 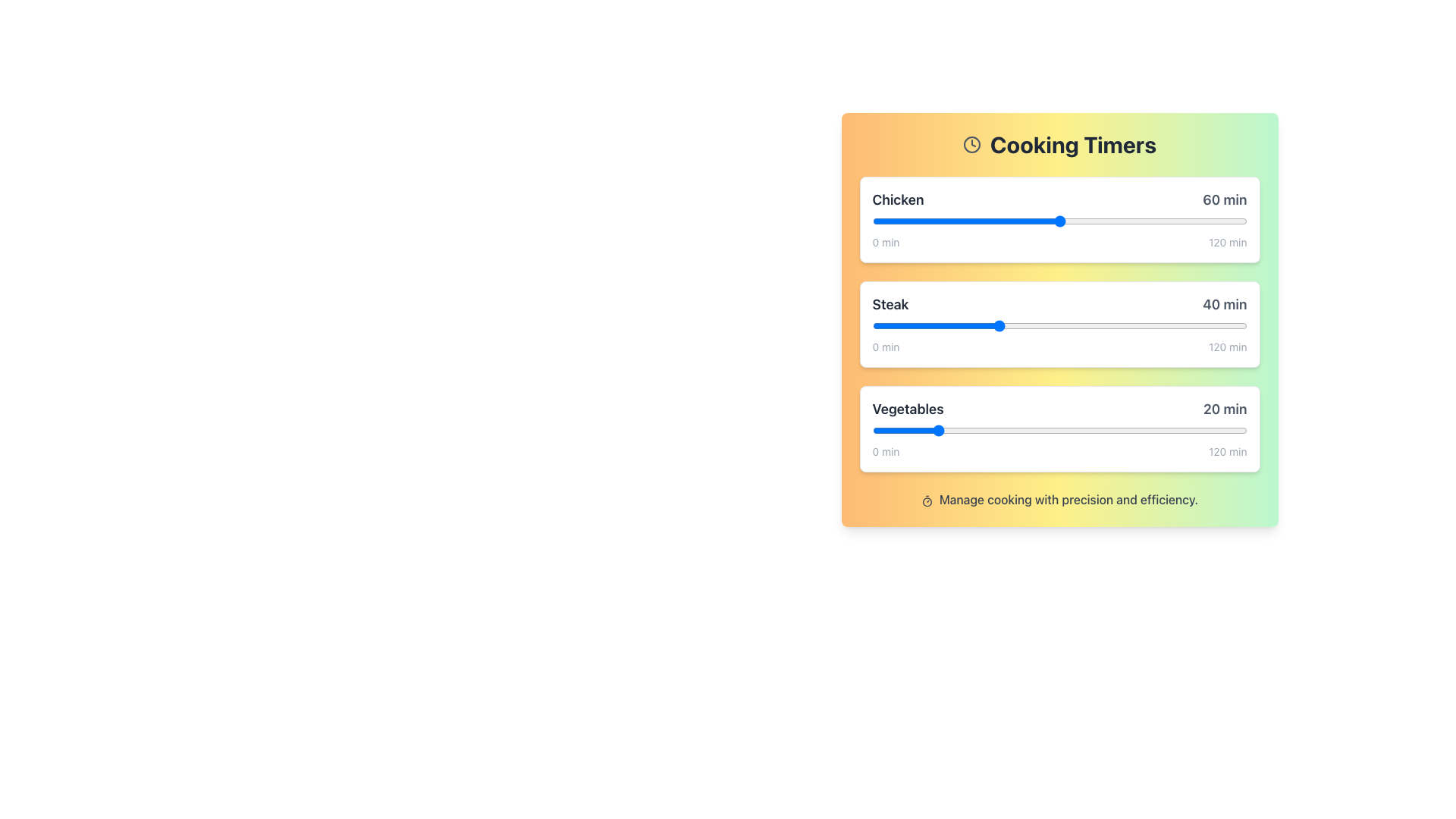 I want to click on the timer for vegetables, so click(x=891, y=430).